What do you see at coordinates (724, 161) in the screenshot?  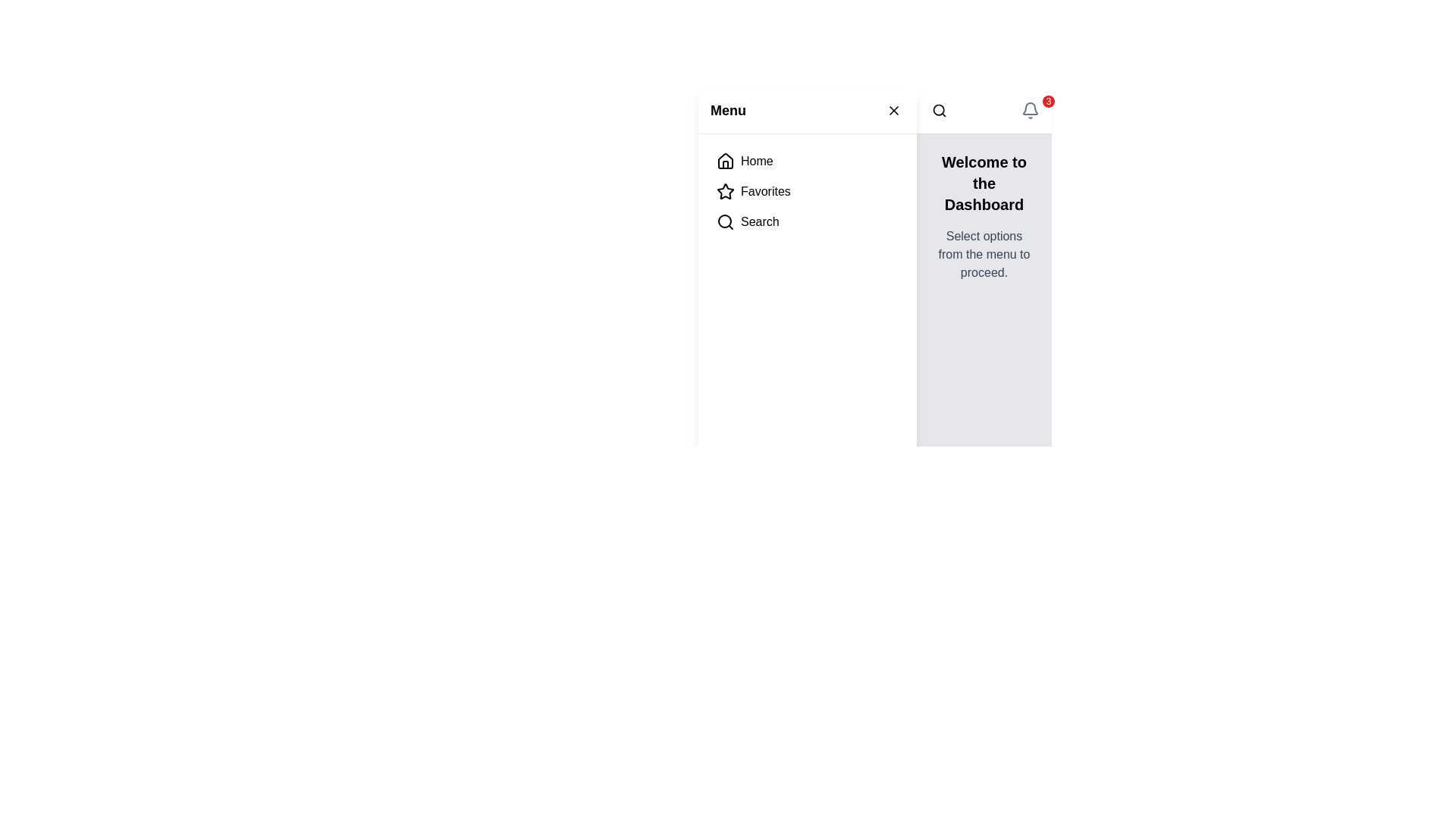 I see `the 'Home' button icon located in the top left corner of the navigation sidebar` at bounding box center [724, 161].